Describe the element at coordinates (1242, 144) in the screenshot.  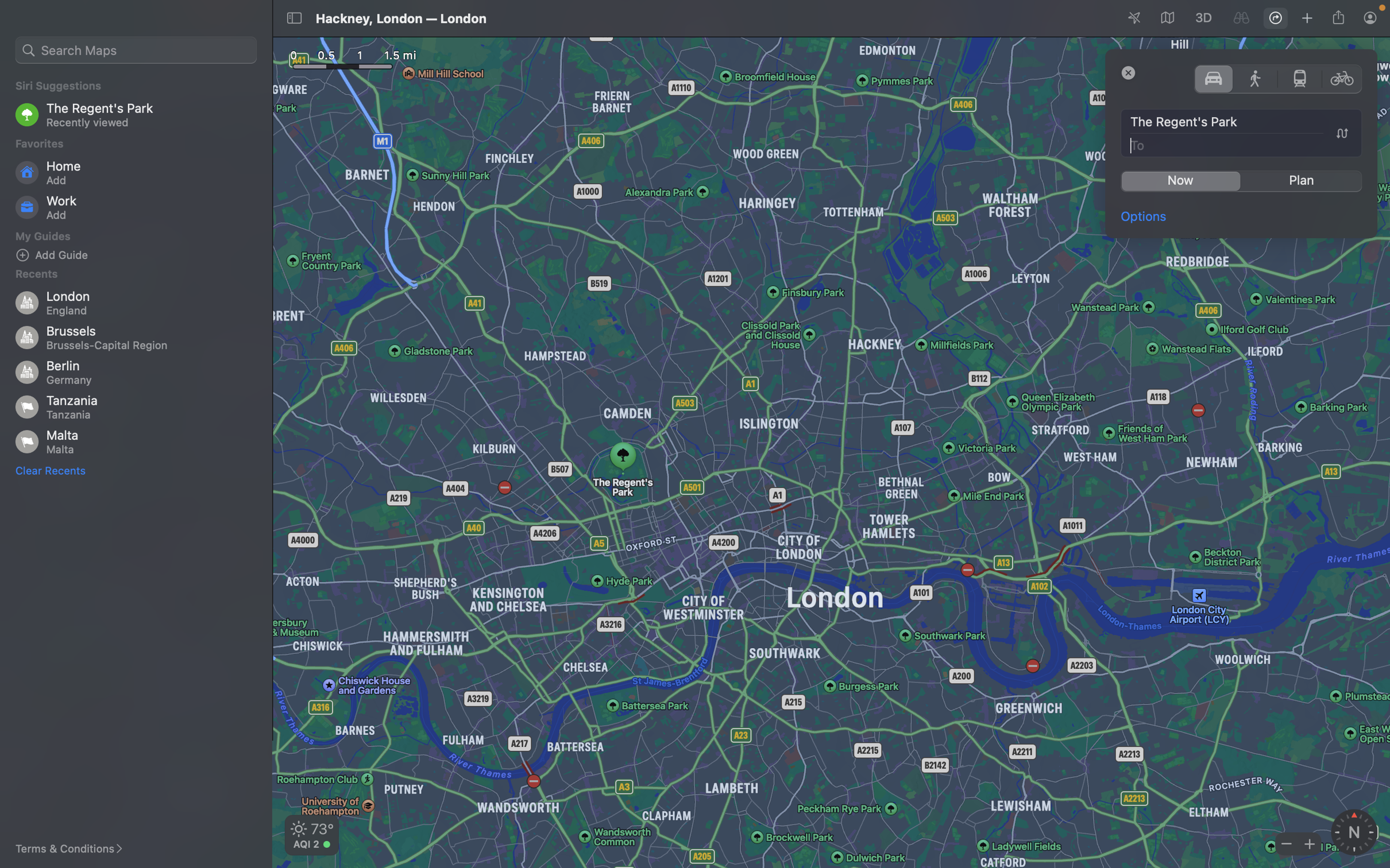
I see `Configure the final stop as London` at that location.